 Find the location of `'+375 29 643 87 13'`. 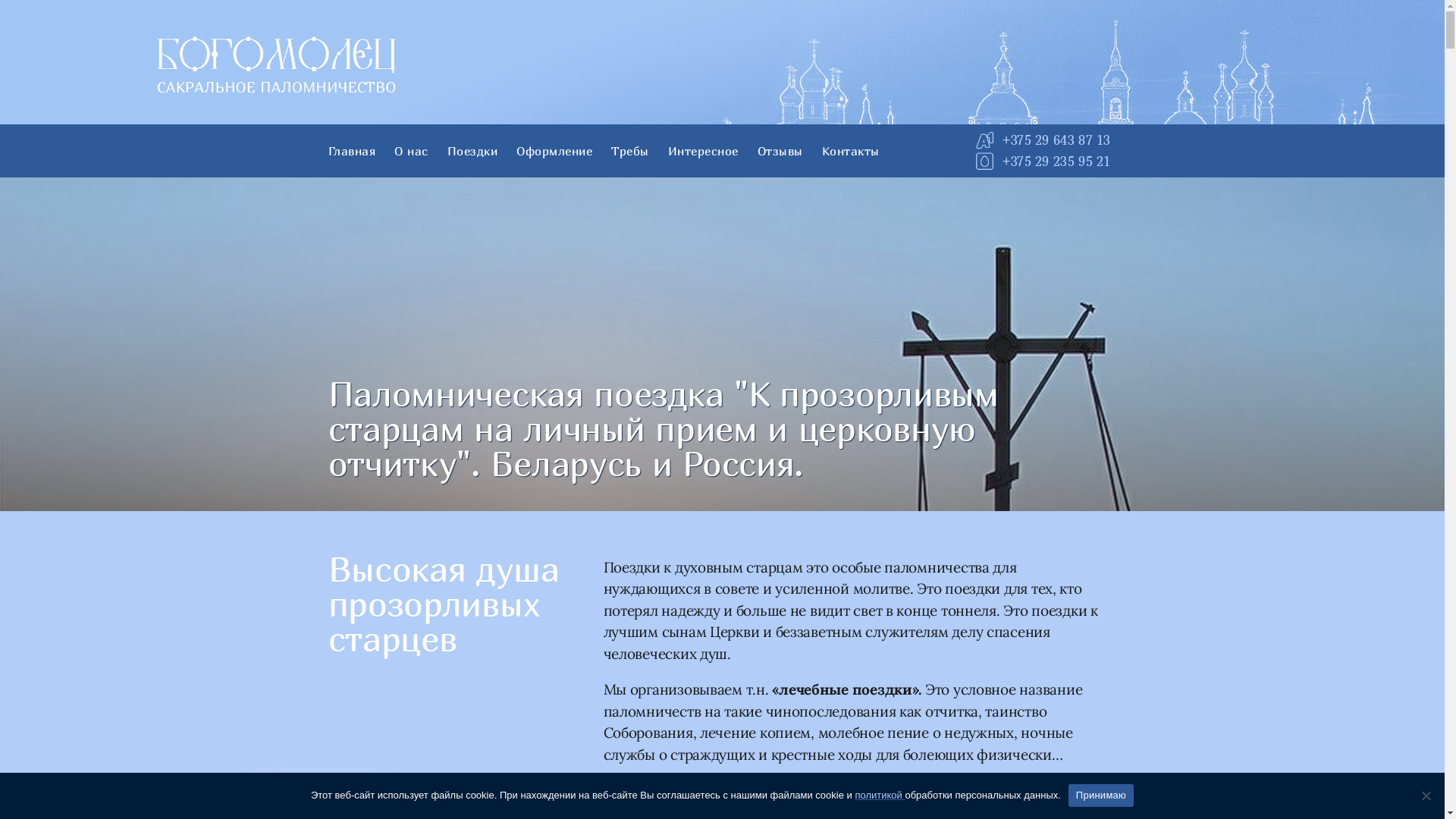

'+375 29 643 87 13' is located at coordinates (1055, 140).